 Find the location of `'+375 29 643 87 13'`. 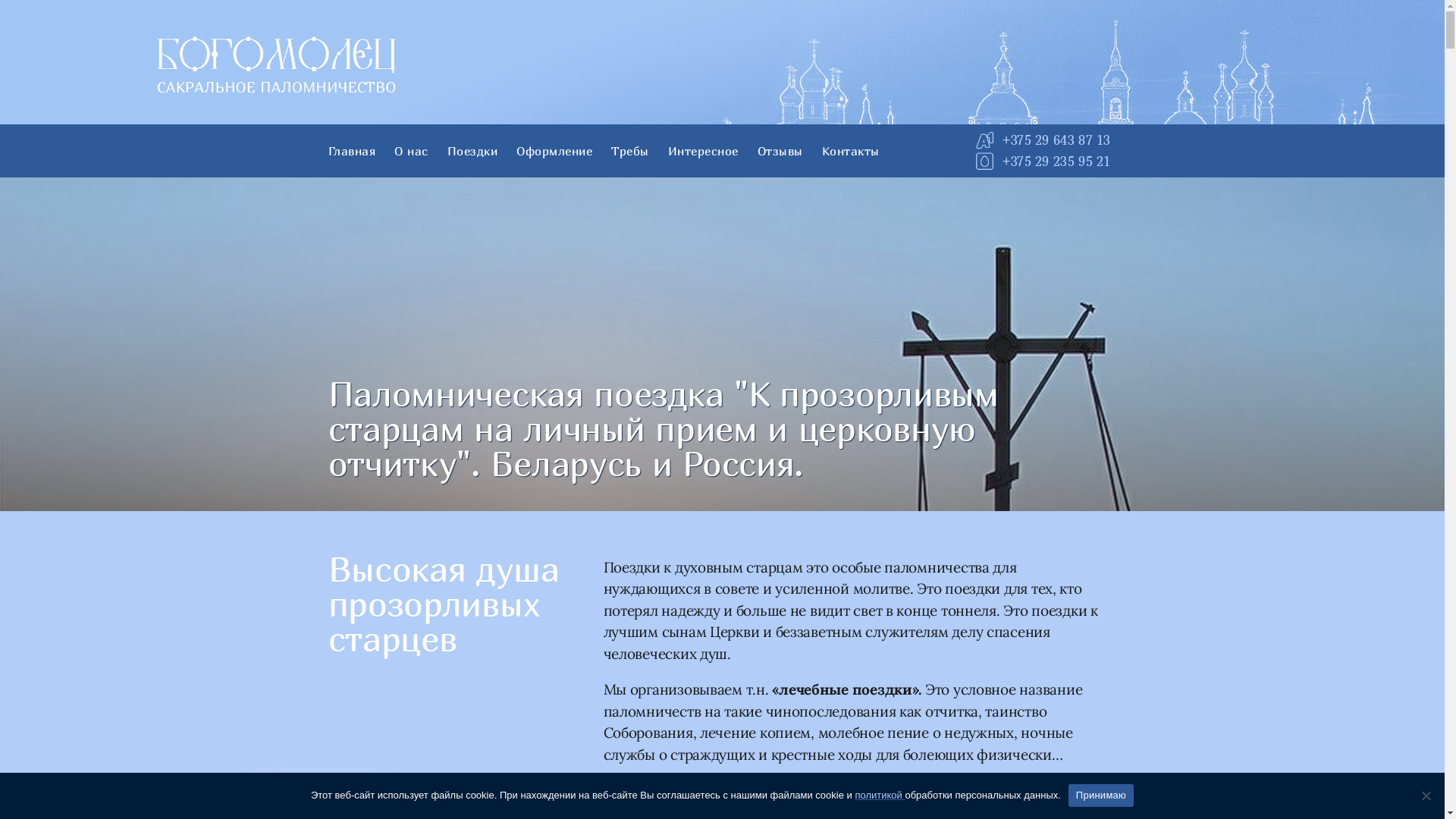

'+375 29 643 87 13' is located at coordinates (1055, 140).